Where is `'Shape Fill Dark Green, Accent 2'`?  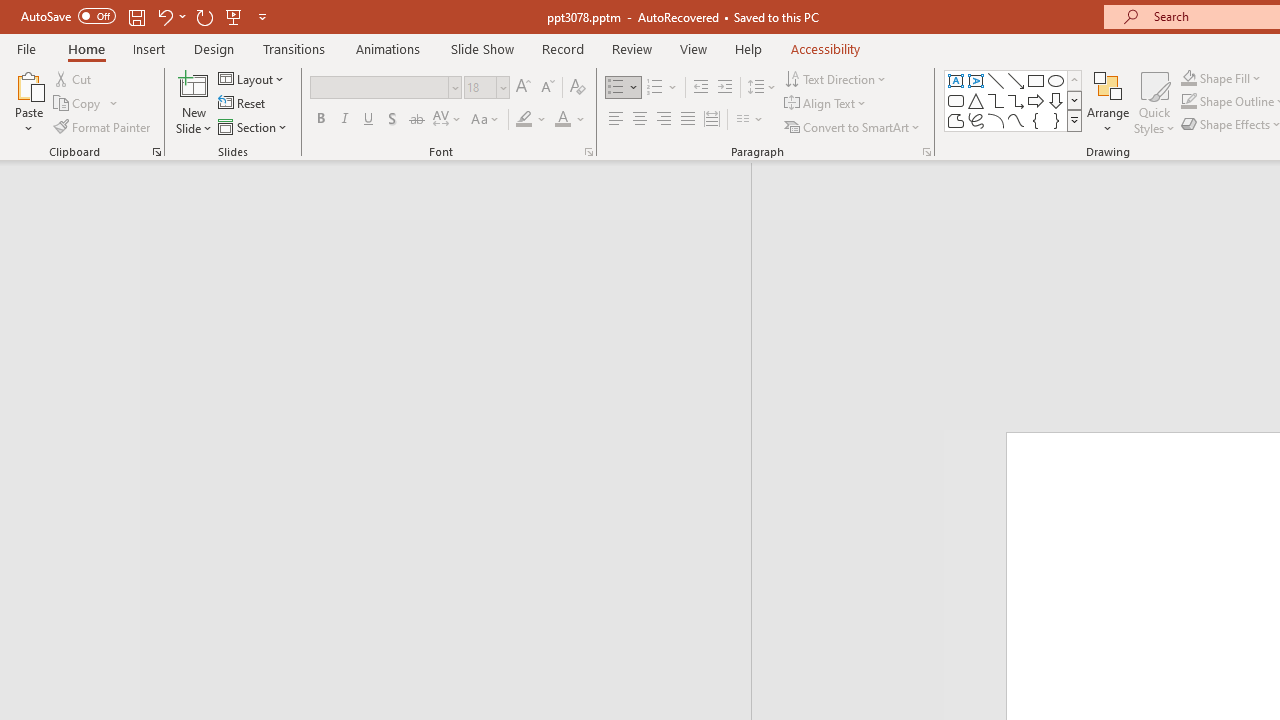 'Shape Fill Dark Green, Accent 2' is located at coordinates (1189, 77).